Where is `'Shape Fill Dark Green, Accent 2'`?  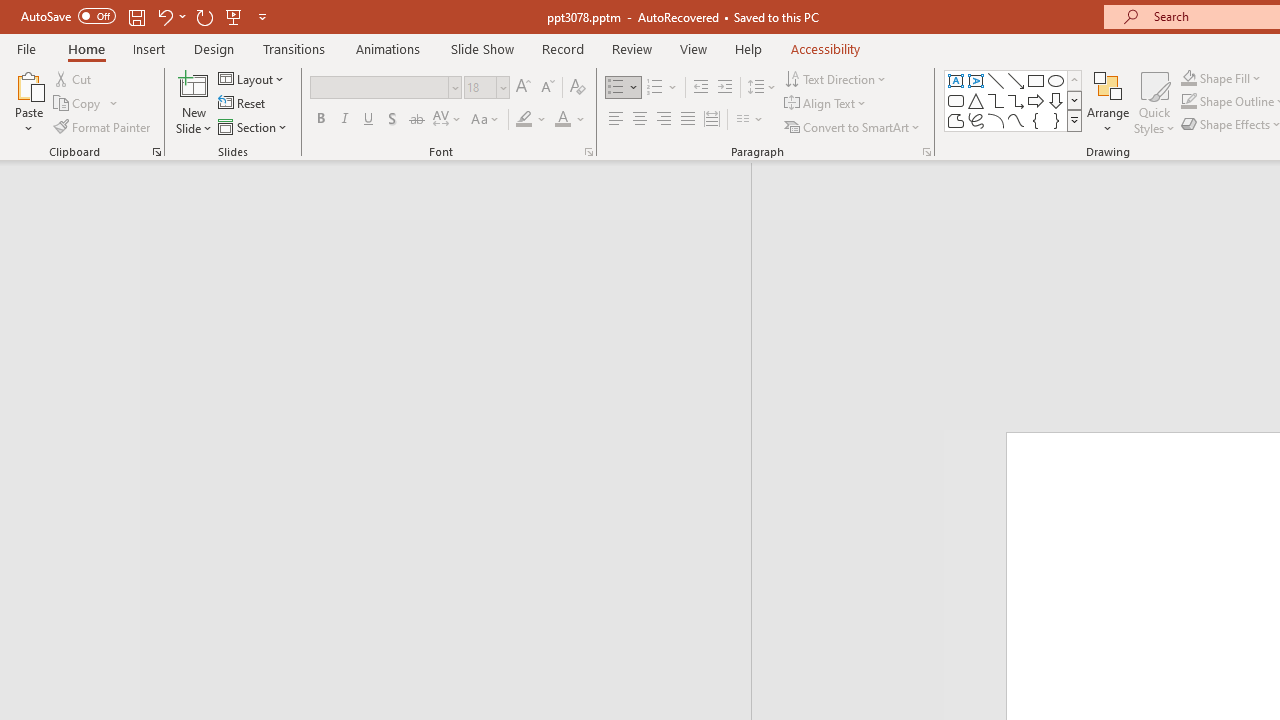 'Shape Fill Dark Green, Accent 2' is located at coordinates (1189, 77).